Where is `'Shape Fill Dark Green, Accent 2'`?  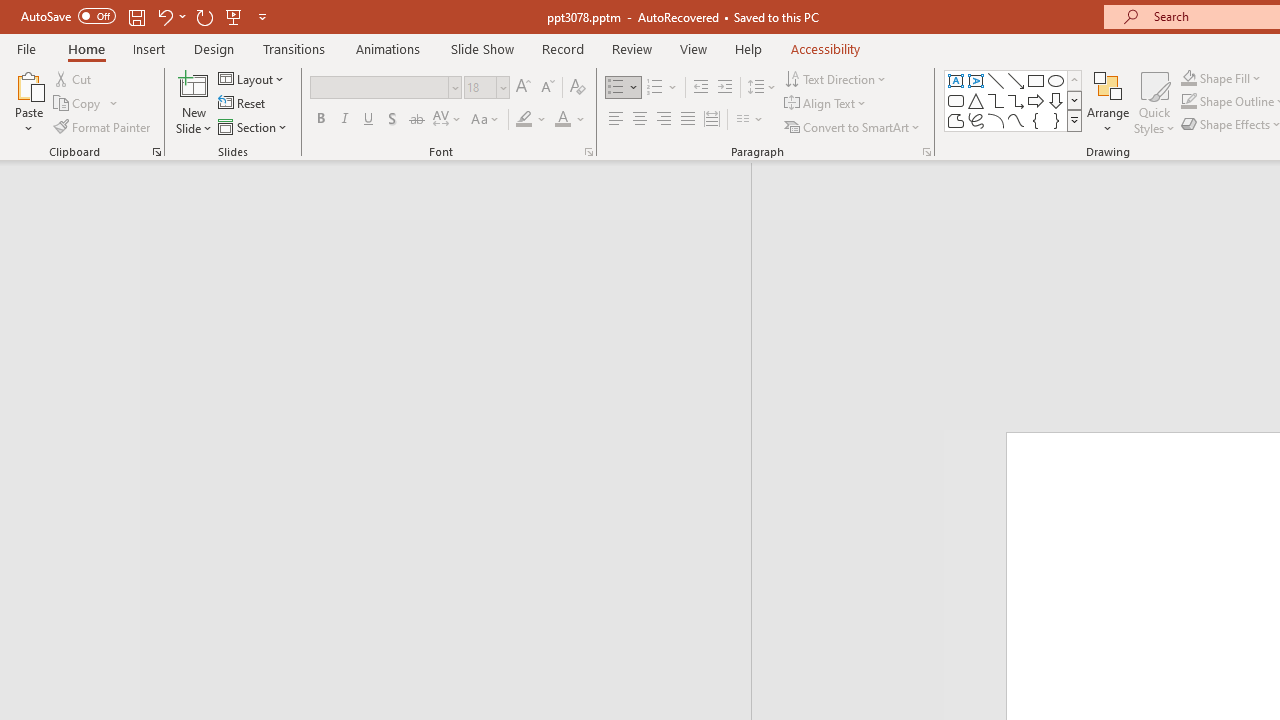 'Shape Fill Dark Green, Accent 2' is located at coordinates (1189, 77).